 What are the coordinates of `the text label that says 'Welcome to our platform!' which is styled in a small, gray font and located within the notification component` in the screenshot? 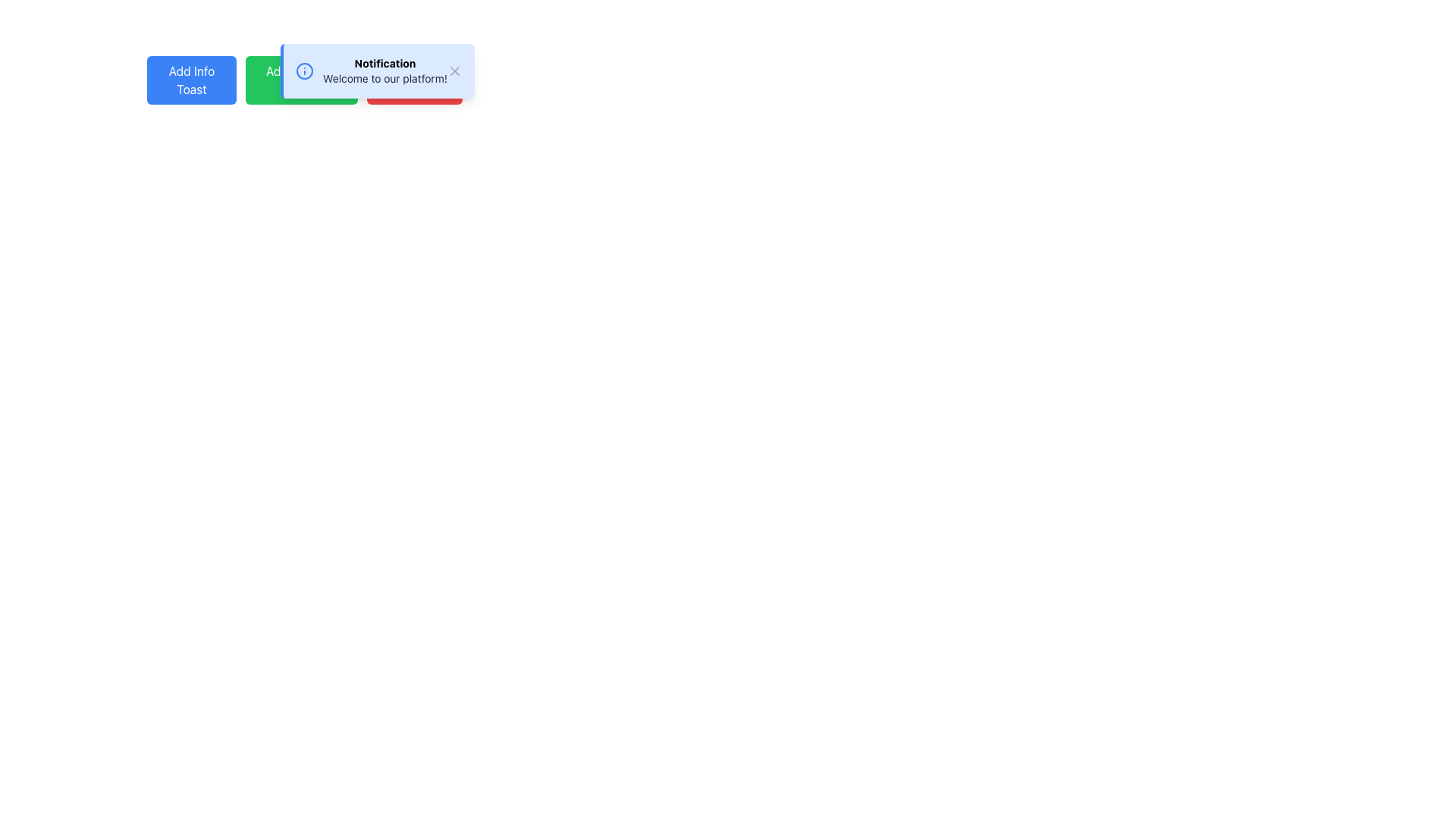 It's located at (384, 79).